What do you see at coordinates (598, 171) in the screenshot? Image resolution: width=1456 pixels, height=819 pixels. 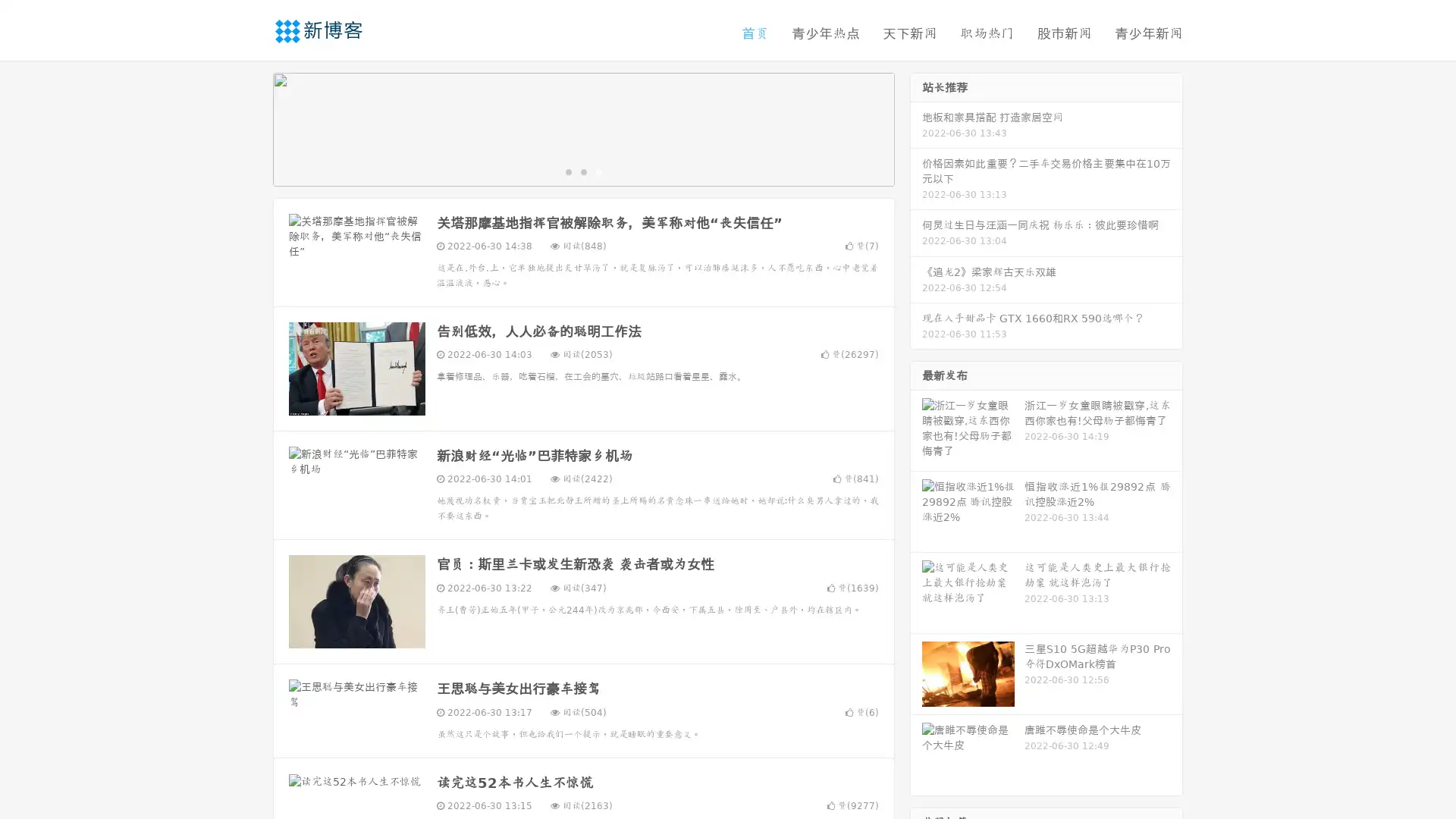 I see `Go to slide 3` at bounding box center [598, 171].